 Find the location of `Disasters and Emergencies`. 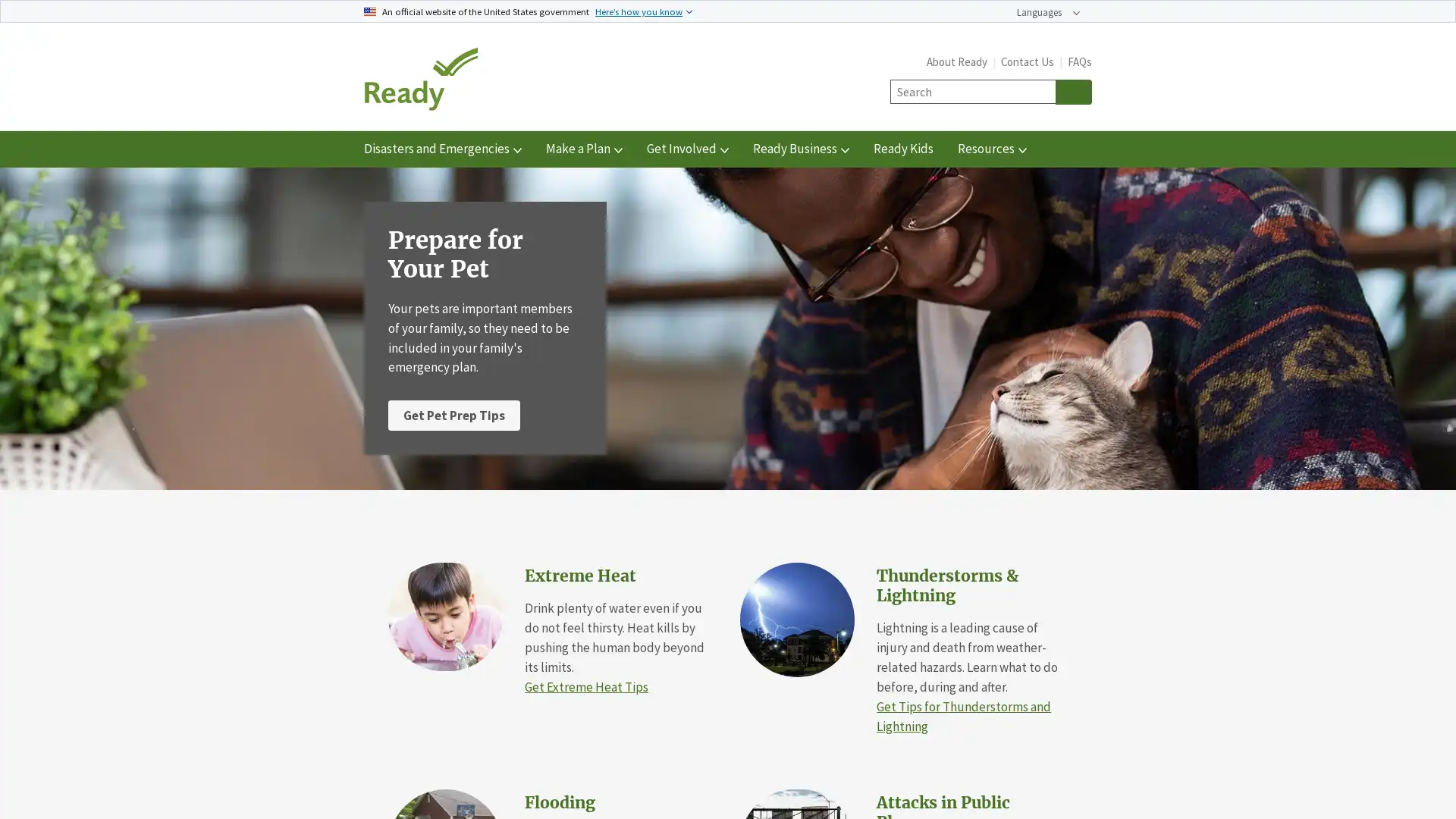

Disasters and Emergencies is located at coordinates (442, 149).